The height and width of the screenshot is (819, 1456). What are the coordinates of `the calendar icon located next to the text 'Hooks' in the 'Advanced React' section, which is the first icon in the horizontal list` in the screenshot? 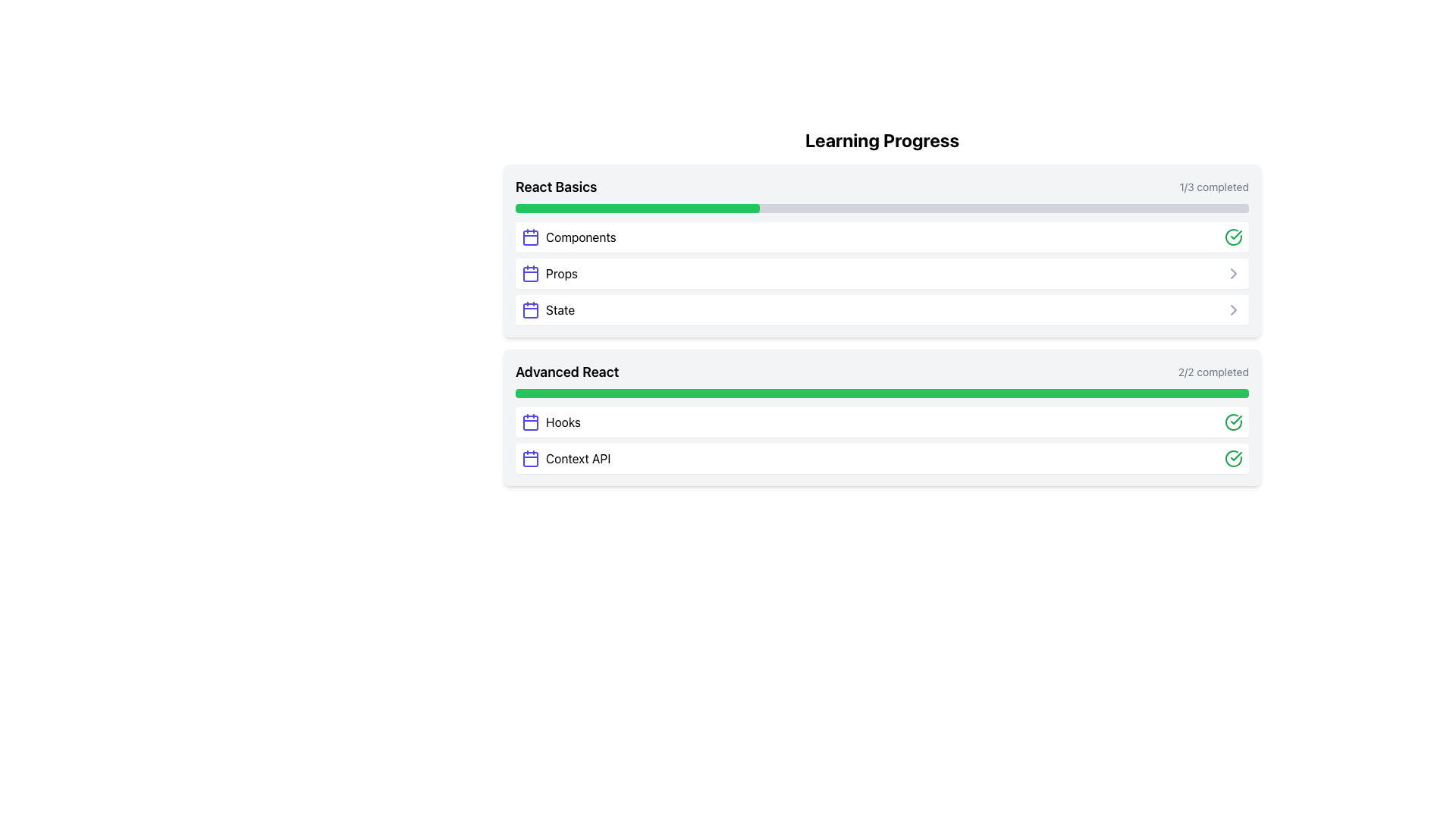 It's located at (531, 422).